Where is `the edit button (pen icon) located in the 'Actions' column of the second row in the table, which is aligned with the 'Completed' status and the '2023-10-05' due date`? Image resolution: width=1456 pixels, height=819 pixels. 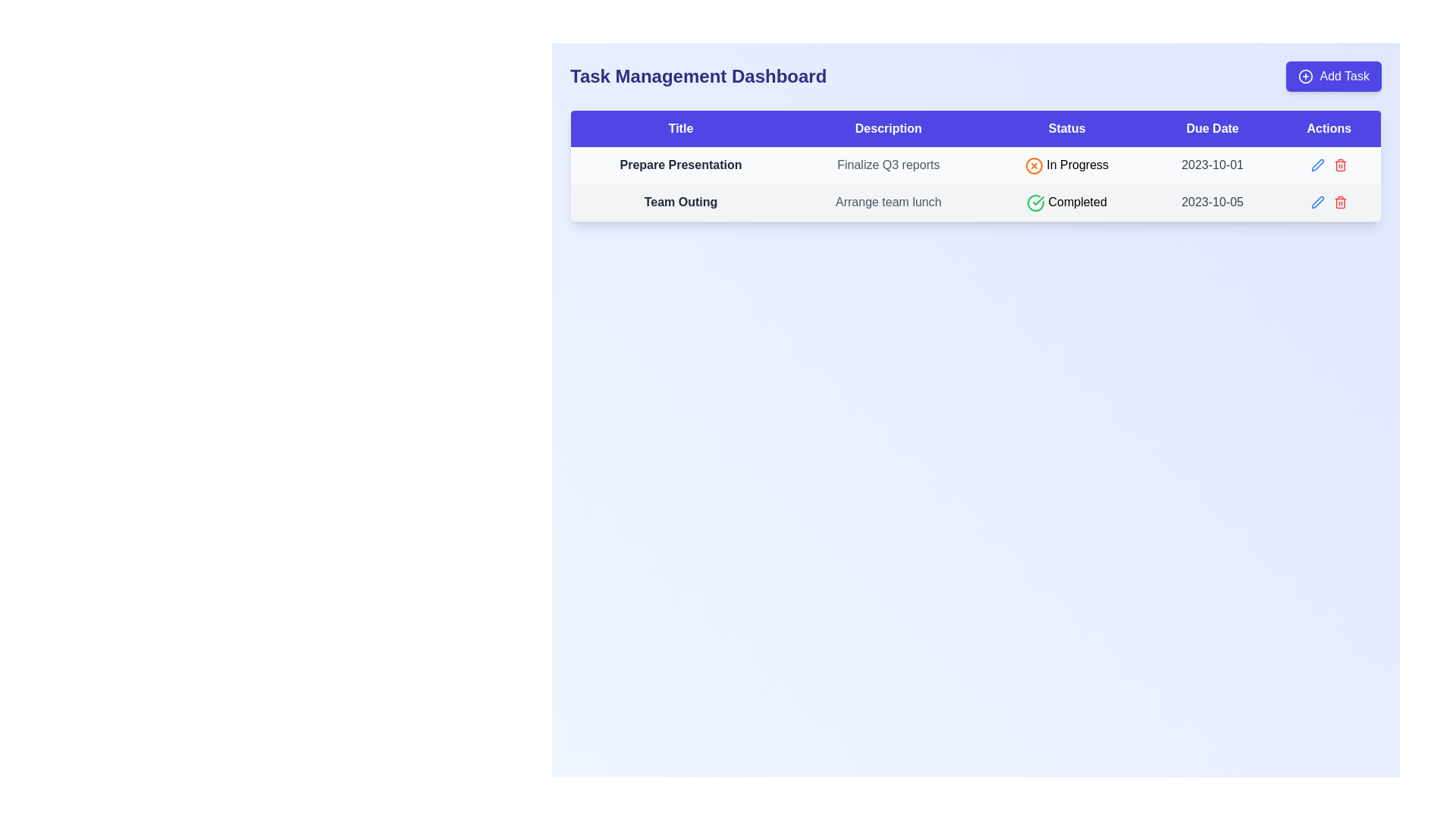 the edit button (pen icon) located in the 'Actions' column of the second row in the table, which is aligned with the 'Completed' status and the '2023-10-05' due date is located at coordinates (1316, 165).